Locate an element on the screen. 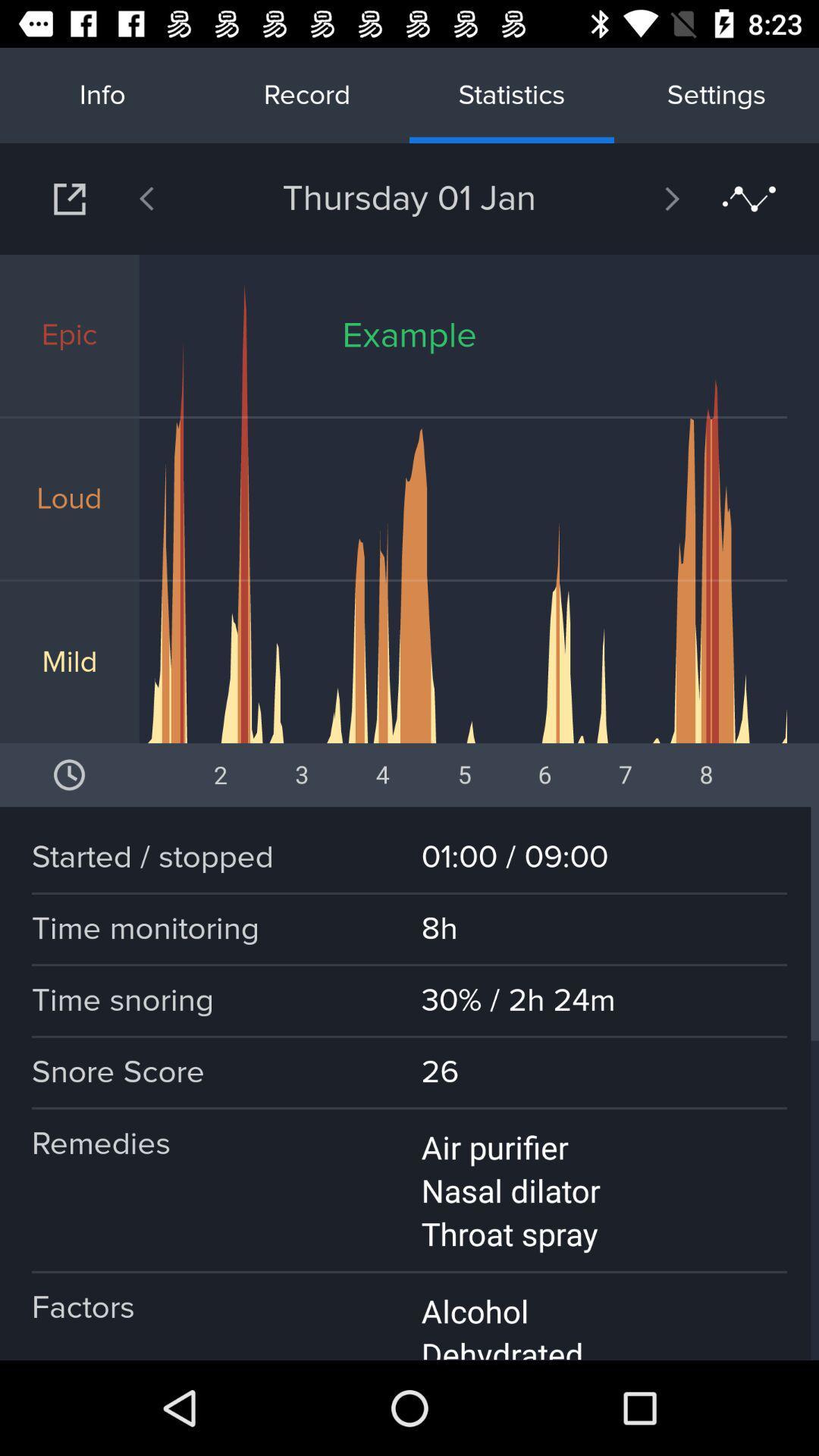 The image size is (819, 1456). the launch icon is located at coordinates (69, 198).